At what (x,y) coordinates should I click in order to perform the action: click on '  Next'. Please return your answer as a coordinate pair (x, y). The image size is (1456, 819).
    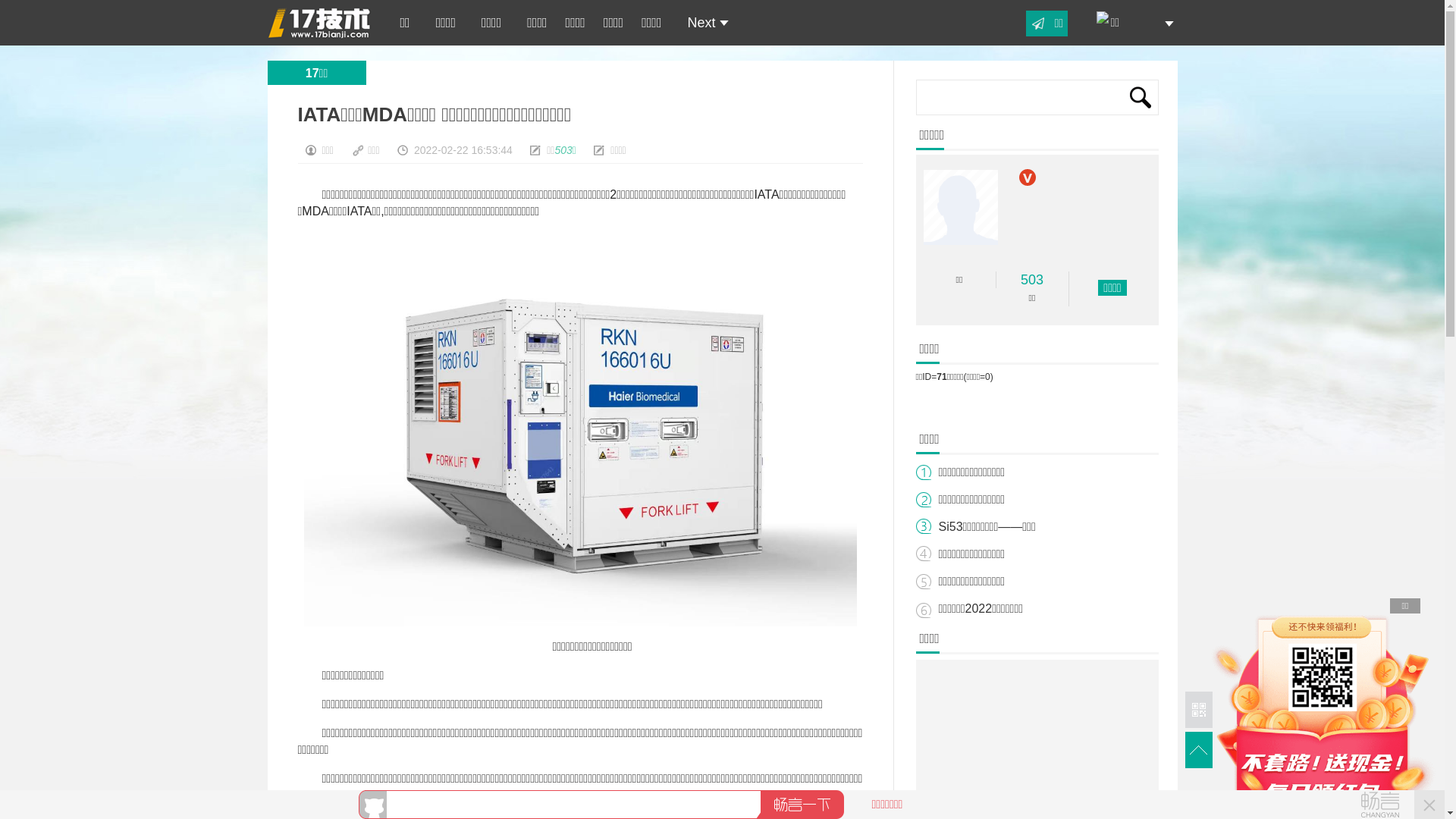
    Looking at the image, I should click on (702, 23).